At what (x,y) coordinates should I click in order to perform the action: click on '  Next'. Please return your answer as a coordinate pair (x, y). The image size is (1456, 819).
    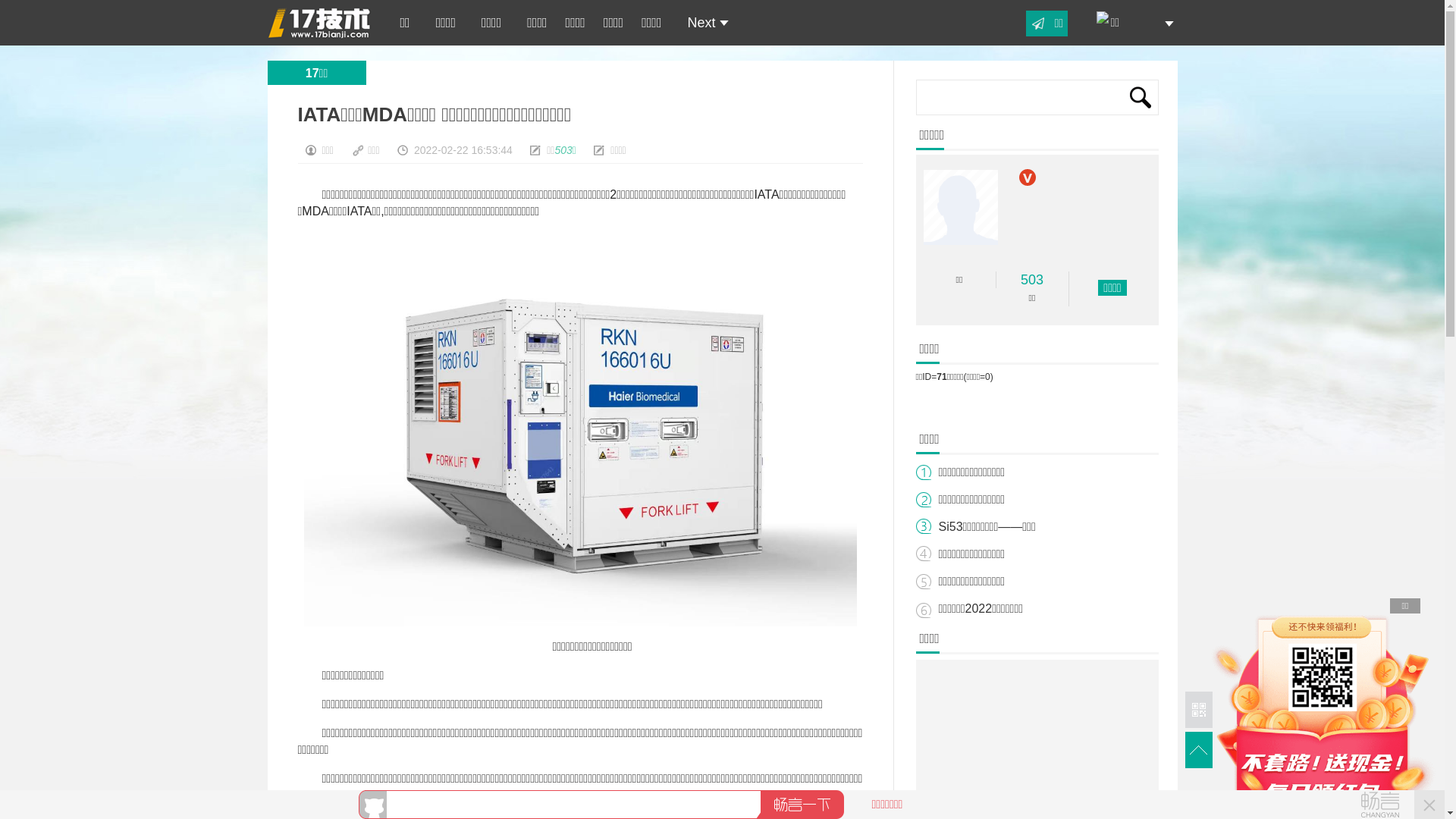
    Looking at the image, I should click on (702, 23).